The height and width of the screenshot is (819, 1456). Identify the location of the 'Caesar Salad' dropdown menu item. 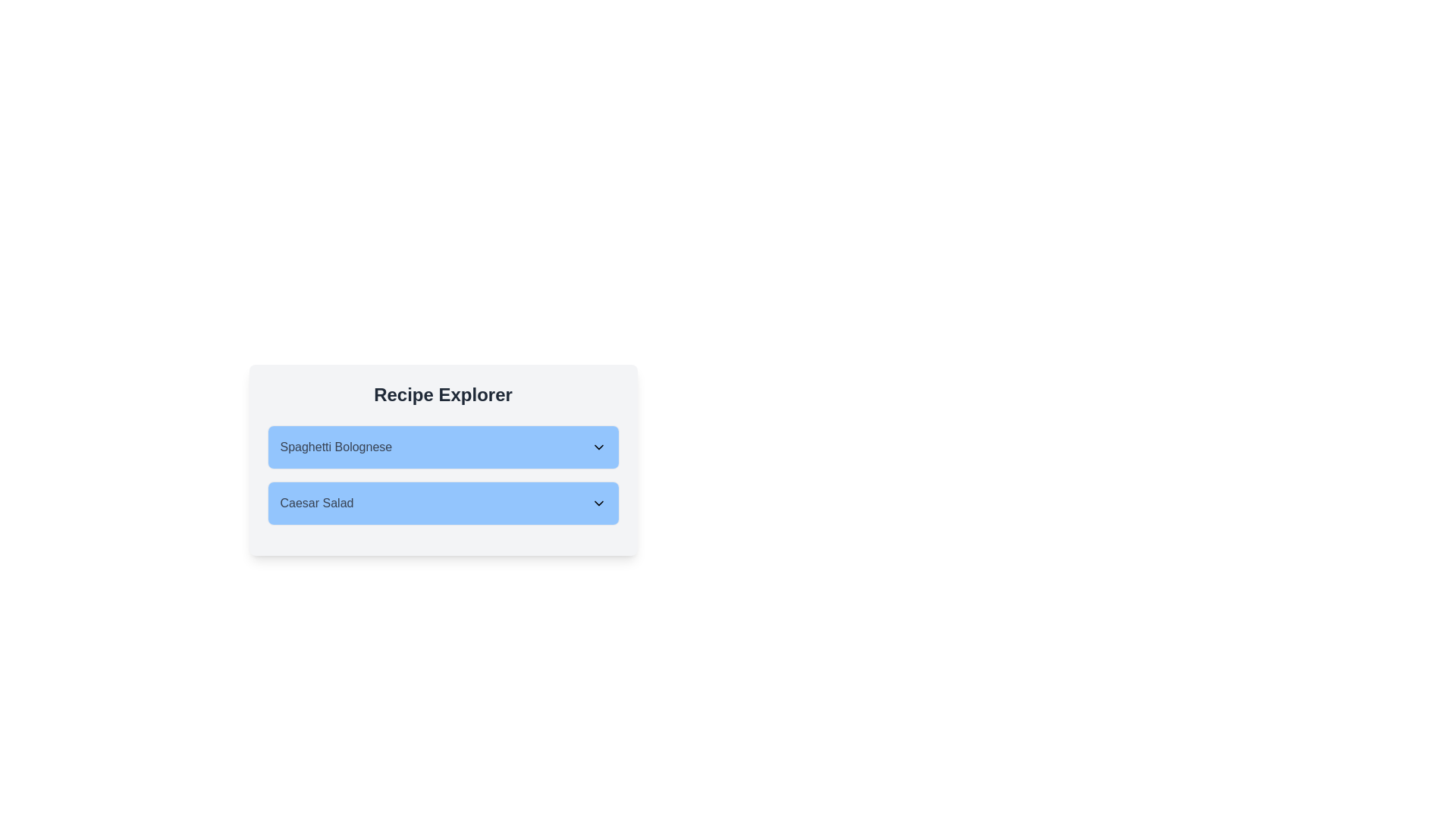
(442, 503).